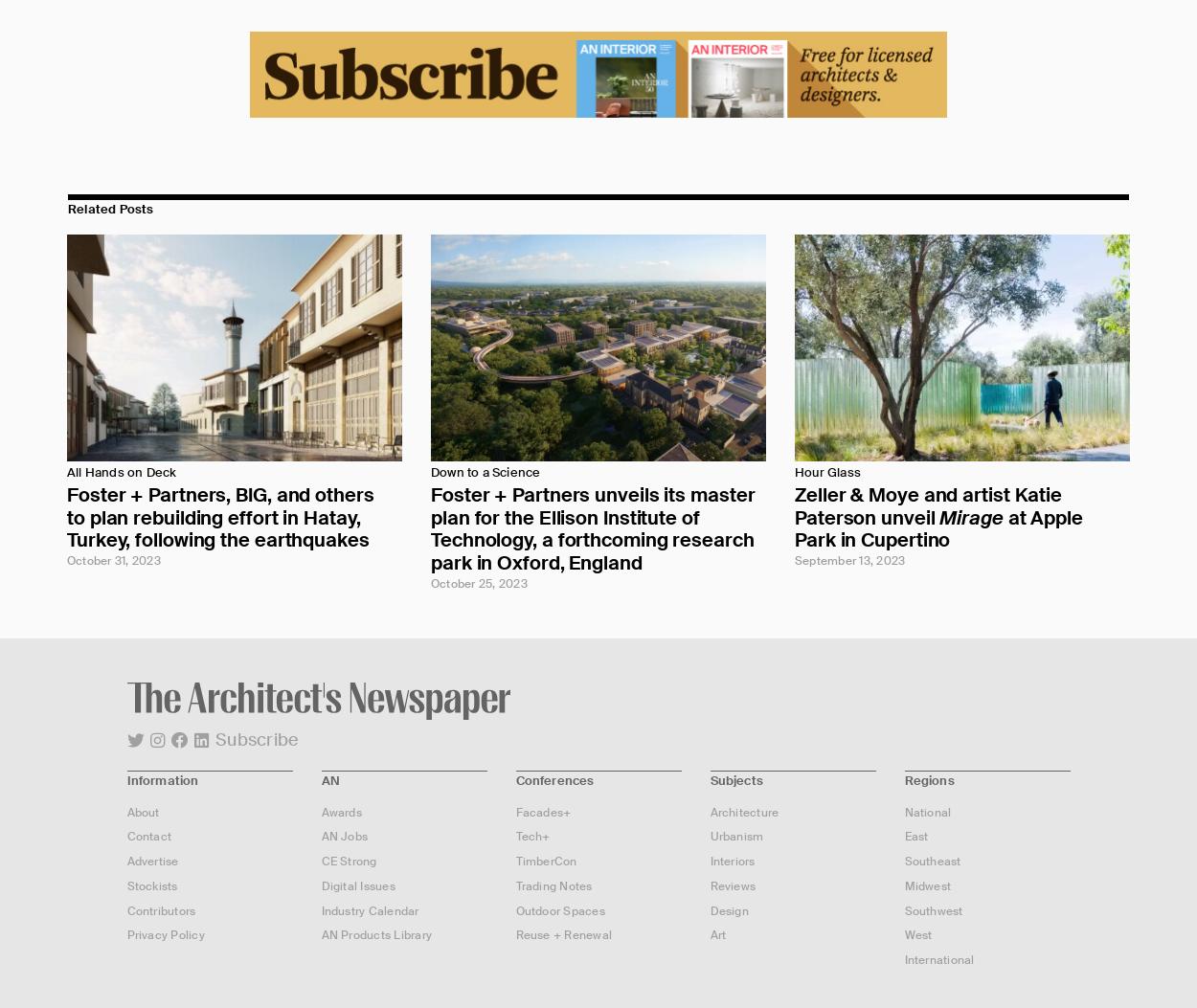 The height and width of the screenshot is (1008, 1197). Describe the element at coordinates (932, 908) in the screenshot. I see `'Southwest'` at that location.